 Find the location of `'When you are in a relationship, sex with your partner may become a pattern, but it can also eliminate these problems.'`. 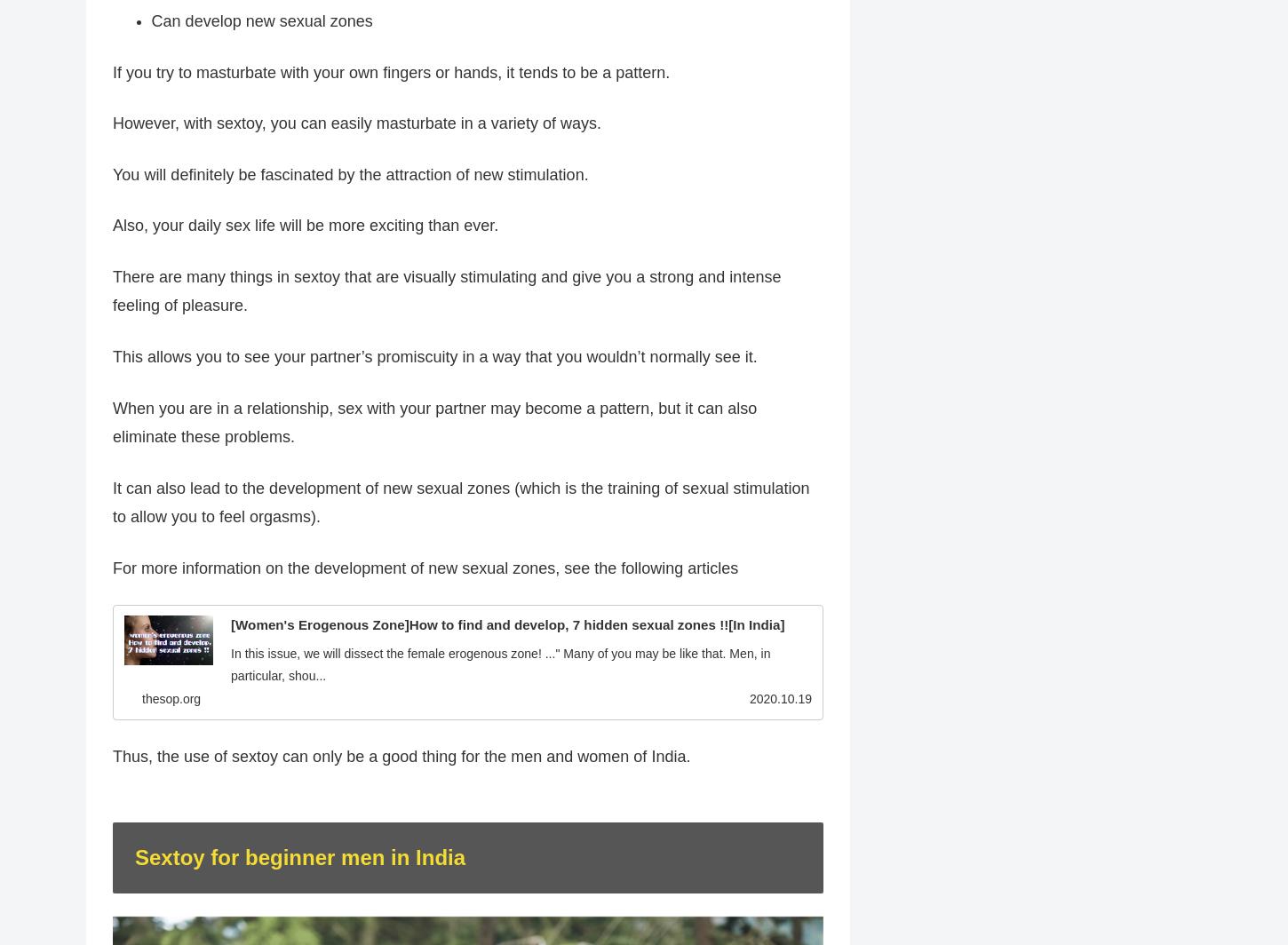

'When you are in a relationship, sex with your partner may become a pattern, but it can also eliminate these problems.' is located at coordinates (112, 421).